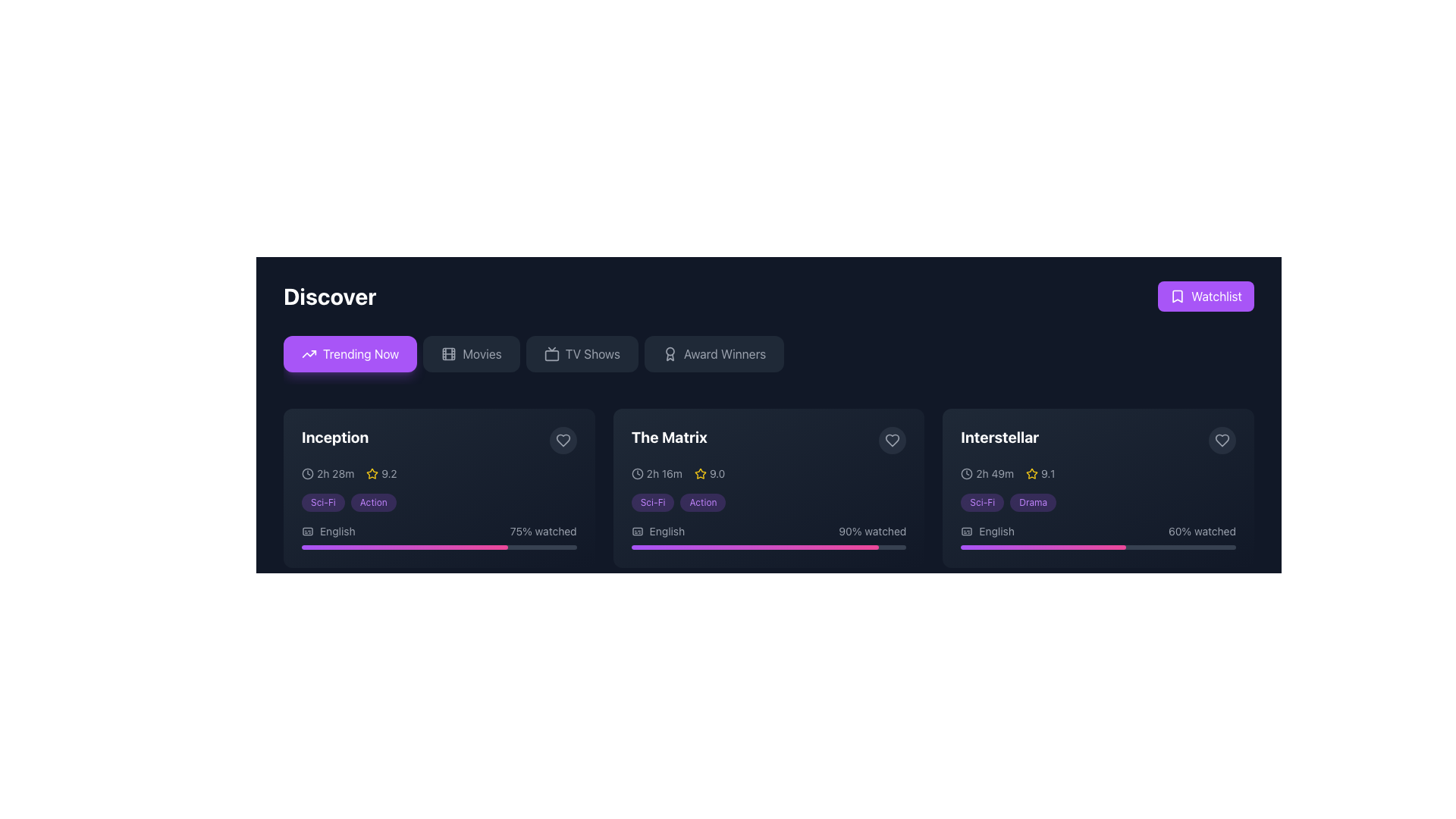 The image size is (1456, 819). I want to click on the like icon located at the top-right corner of the card titled 'The Matrix', so click(893, 441).